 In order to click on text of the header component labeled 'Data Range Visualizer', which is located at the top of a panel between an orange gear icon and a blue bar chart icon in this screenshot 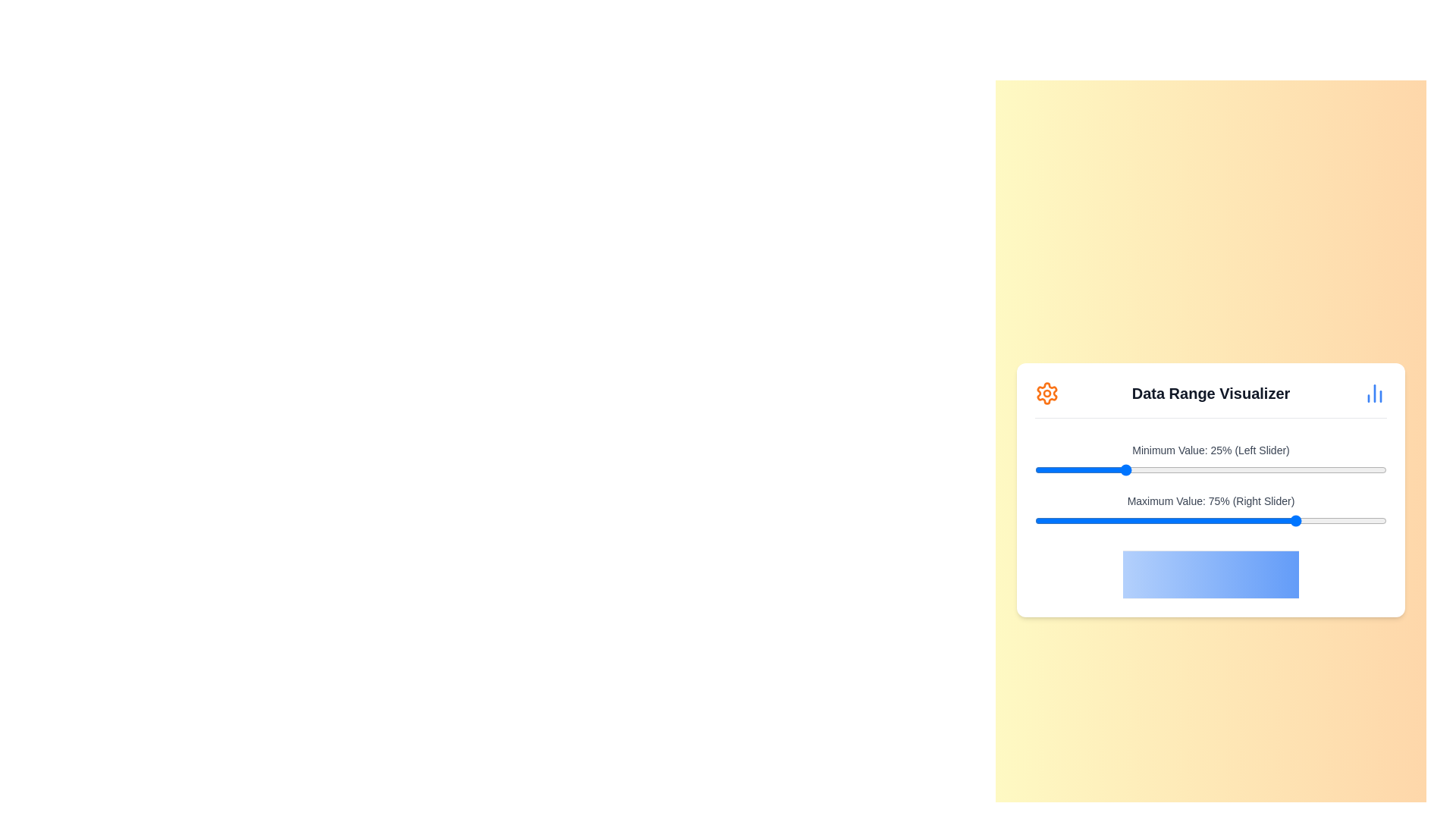, I will do `click(1210, 399)`.